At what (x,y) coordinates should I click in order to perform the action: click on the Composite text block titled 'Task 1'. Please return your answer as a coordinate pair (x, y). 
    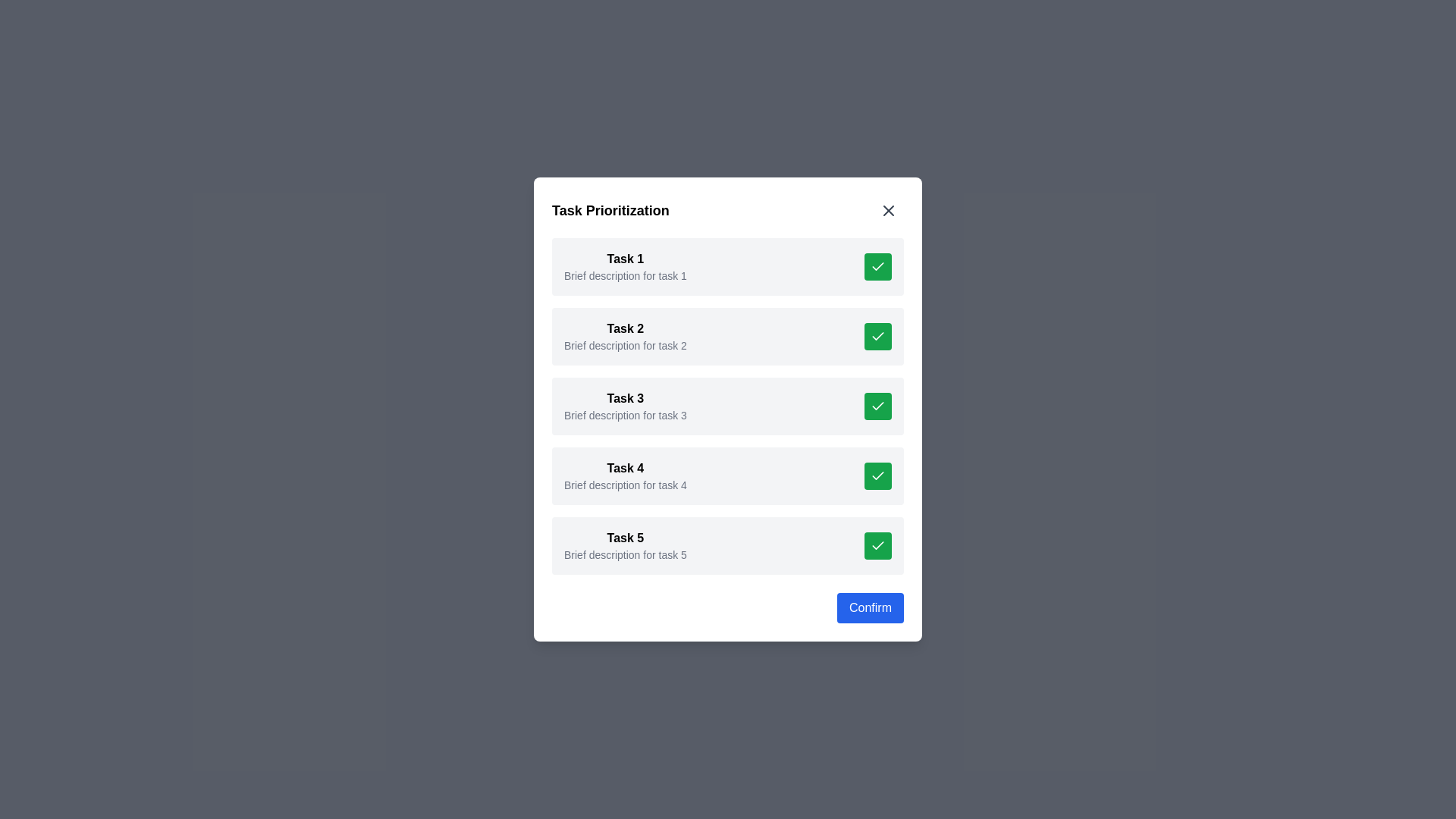
    Looking at the image, I should click on (626, 265).